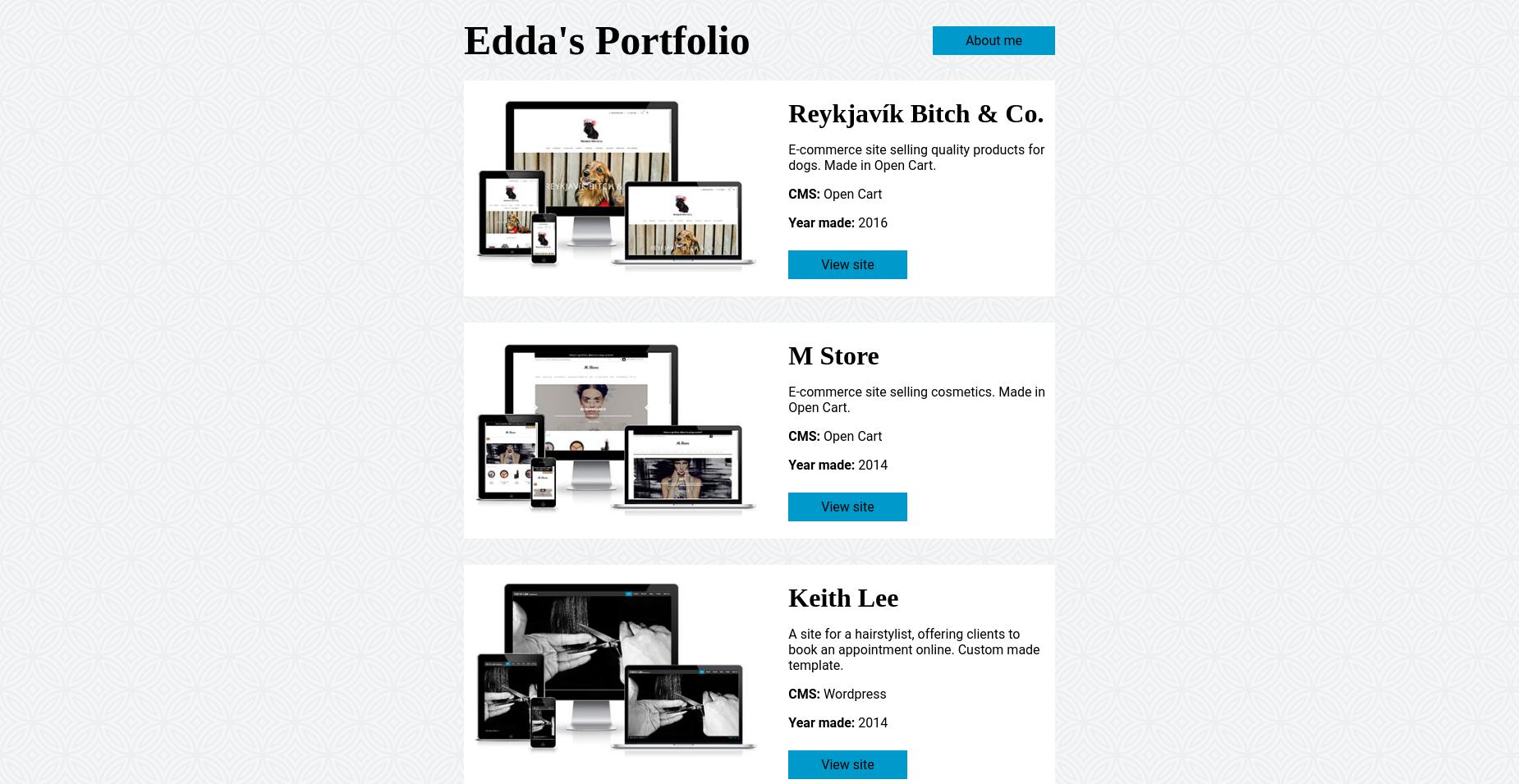 The width and height of the screenshot is (1519, 784). Describe the element at coordinates (915, 157) in the screenshot. I see `'E-commerce site selling quality products for dogs. Made in Open Cart.'` at that location.